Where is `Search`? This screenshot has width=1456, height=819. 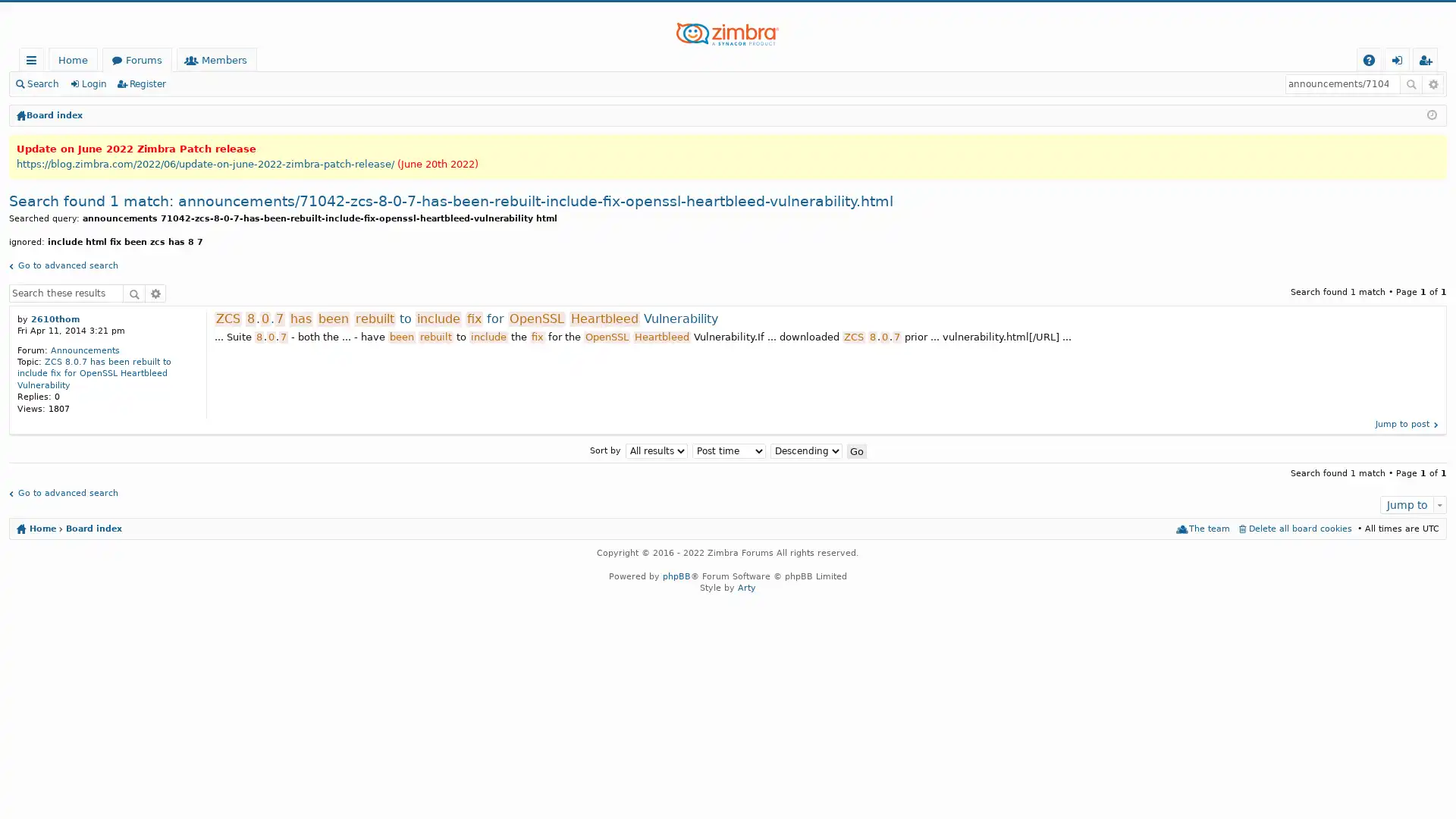 Search is located at coordinates (1410, 84).